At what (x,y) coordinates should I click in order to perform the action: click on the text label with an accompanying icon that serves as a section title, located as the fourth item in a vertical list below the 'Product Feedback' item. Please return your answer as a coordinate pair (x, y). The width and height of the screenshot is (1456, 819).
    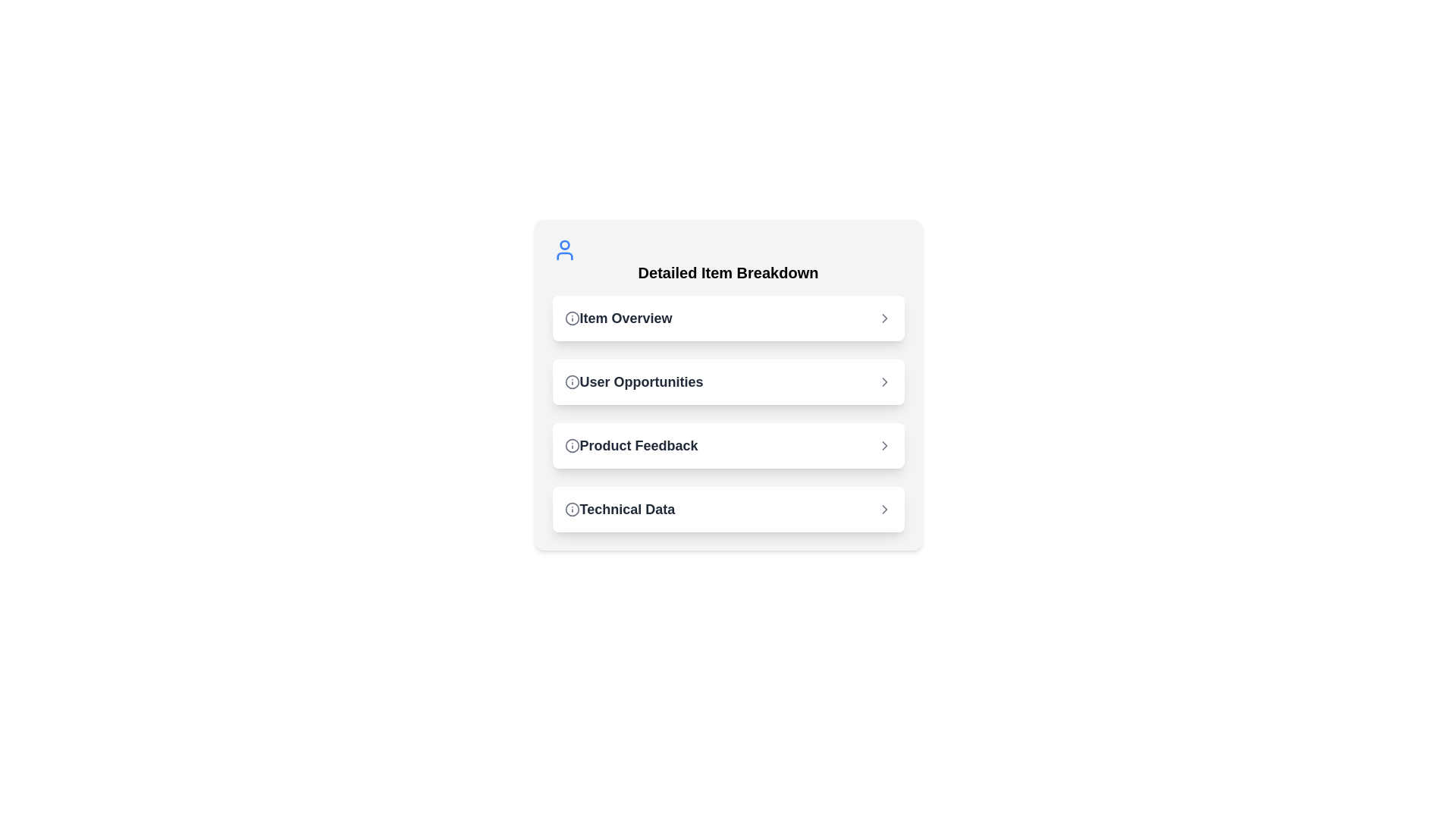
    Looking at the image, I should click on (620, 509).